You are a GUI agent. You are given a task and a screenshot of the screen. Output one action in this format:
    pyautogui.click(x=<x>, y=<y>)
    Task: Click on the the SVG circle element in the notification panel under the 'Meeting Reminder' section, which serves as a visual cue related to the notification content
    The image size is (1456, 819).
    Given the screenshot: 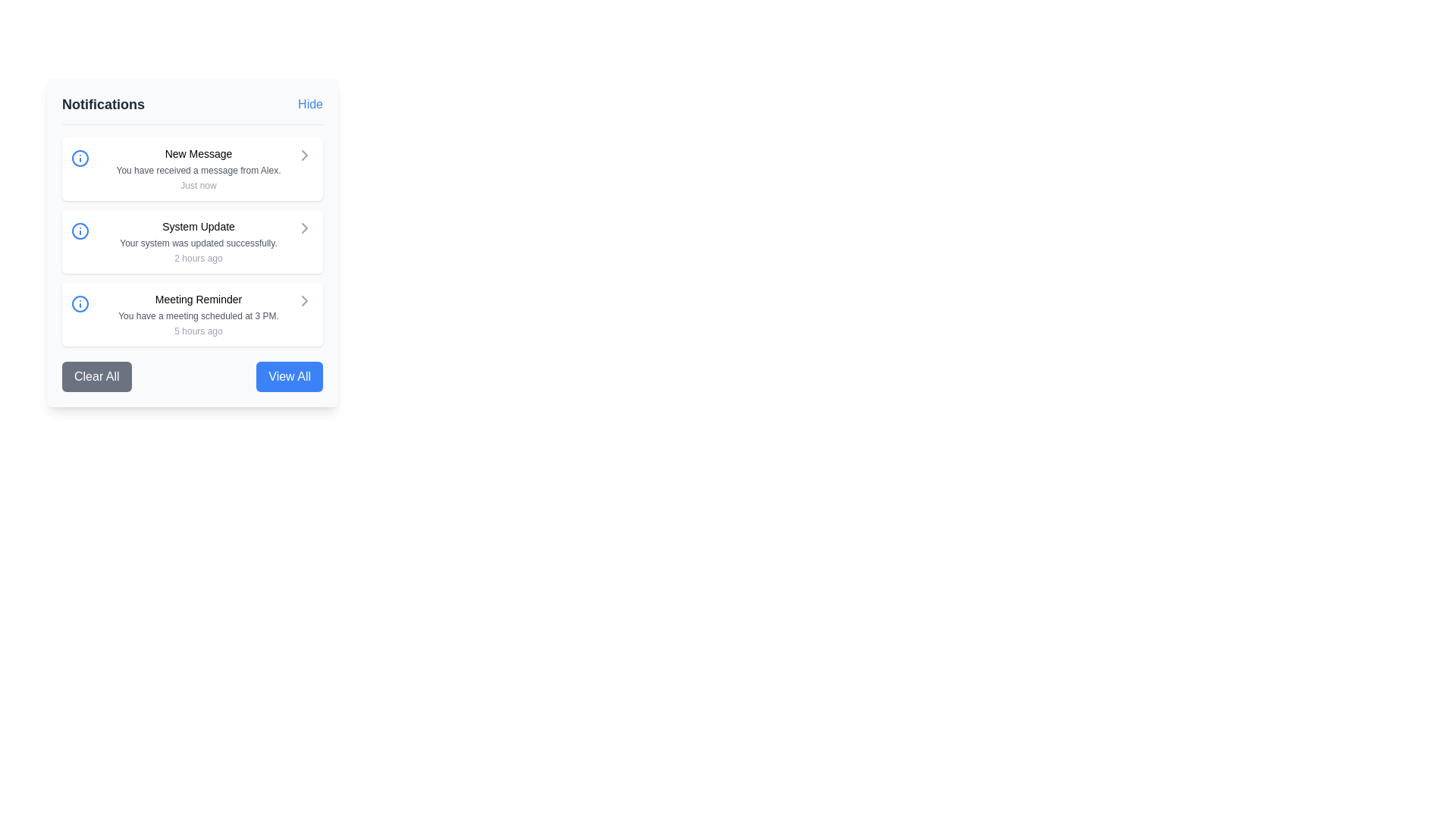 What is the action you would take?
    pyautogui.click(x=79, y=304)
    